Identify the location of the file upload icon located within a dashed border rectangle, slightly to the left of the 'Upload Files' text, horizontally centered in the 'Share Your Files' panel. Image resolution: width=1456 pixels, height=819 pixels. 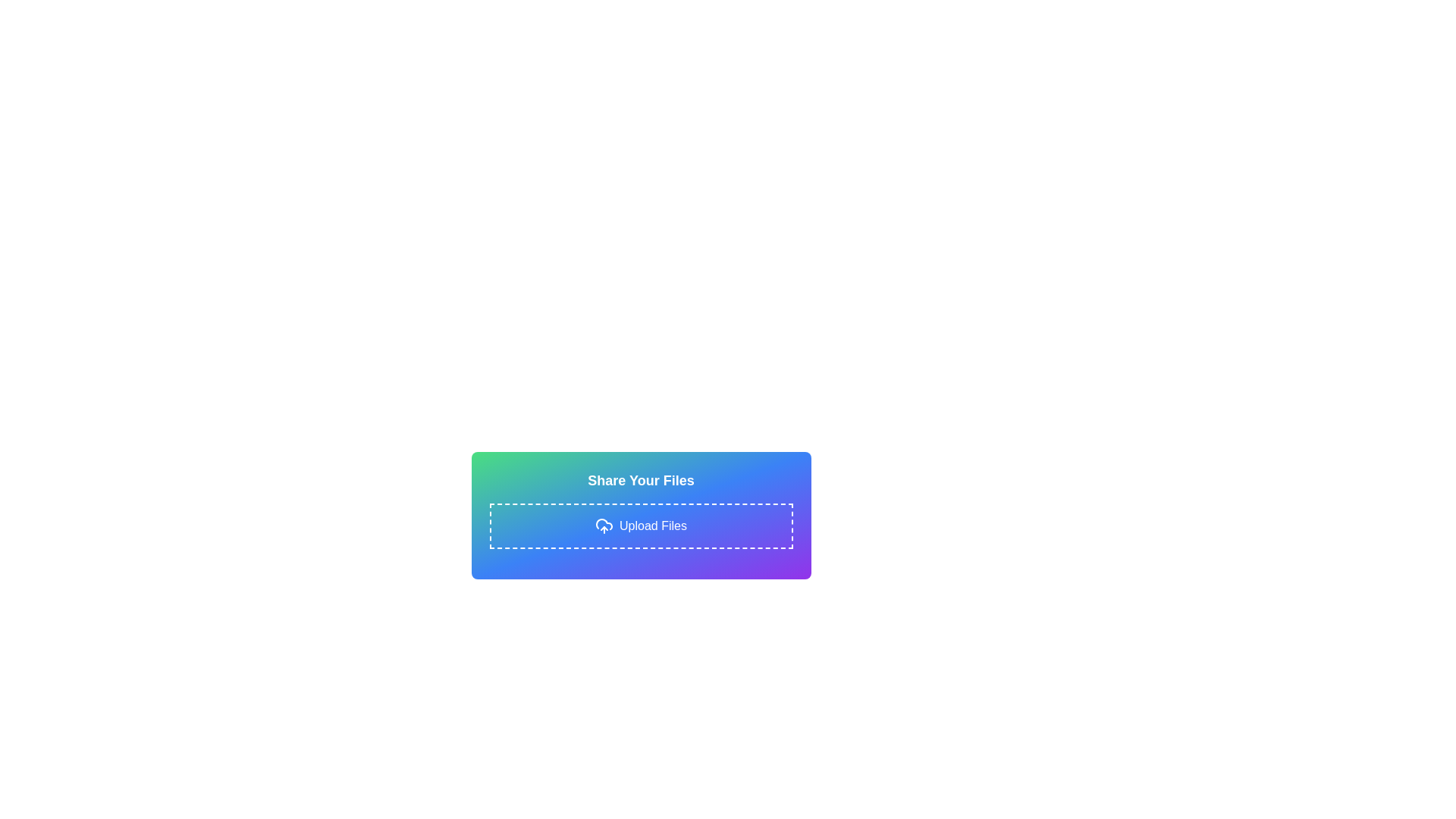
(603, 526).